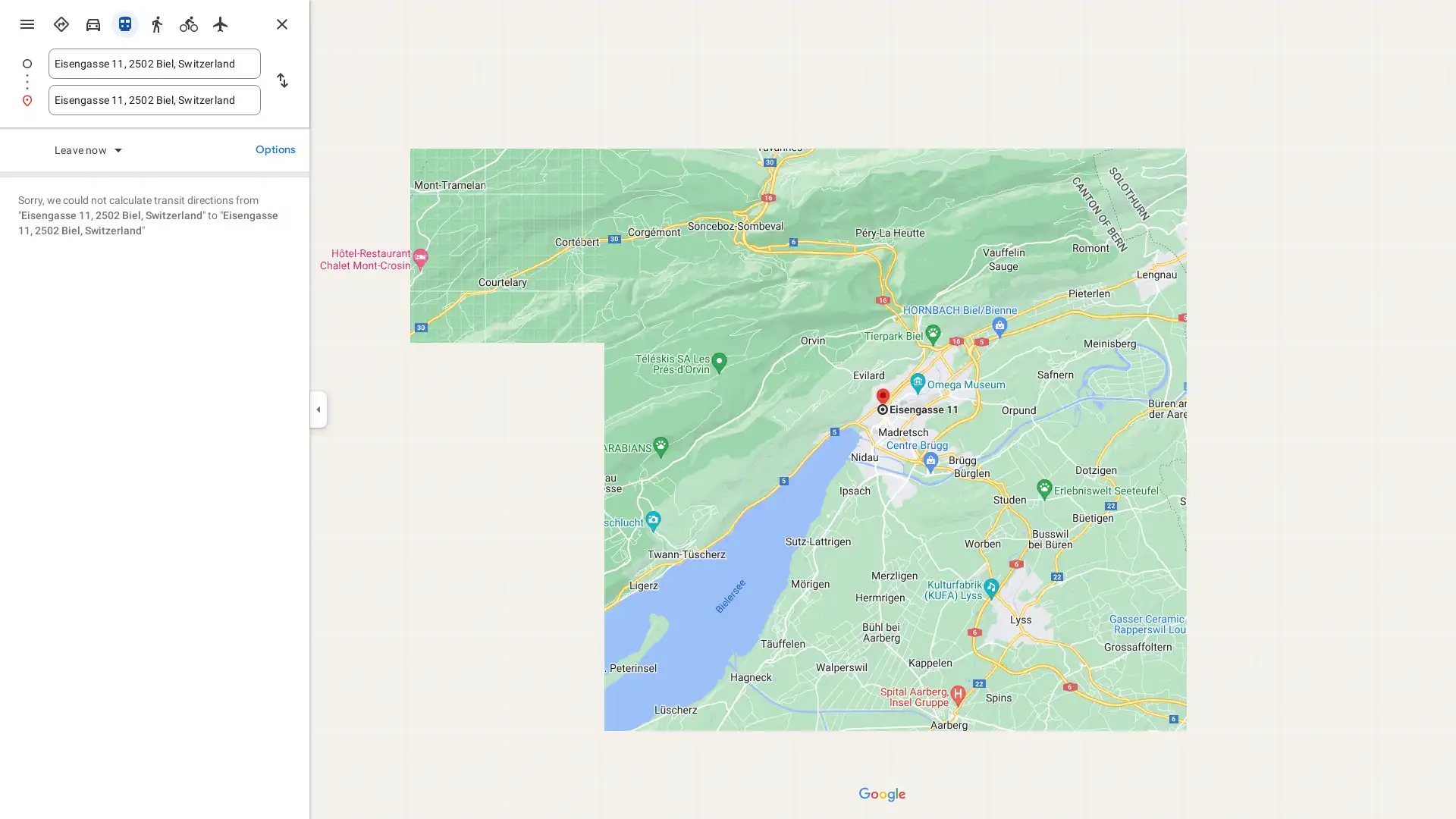  I want to click on Collapse side panel, so click(317, 409).